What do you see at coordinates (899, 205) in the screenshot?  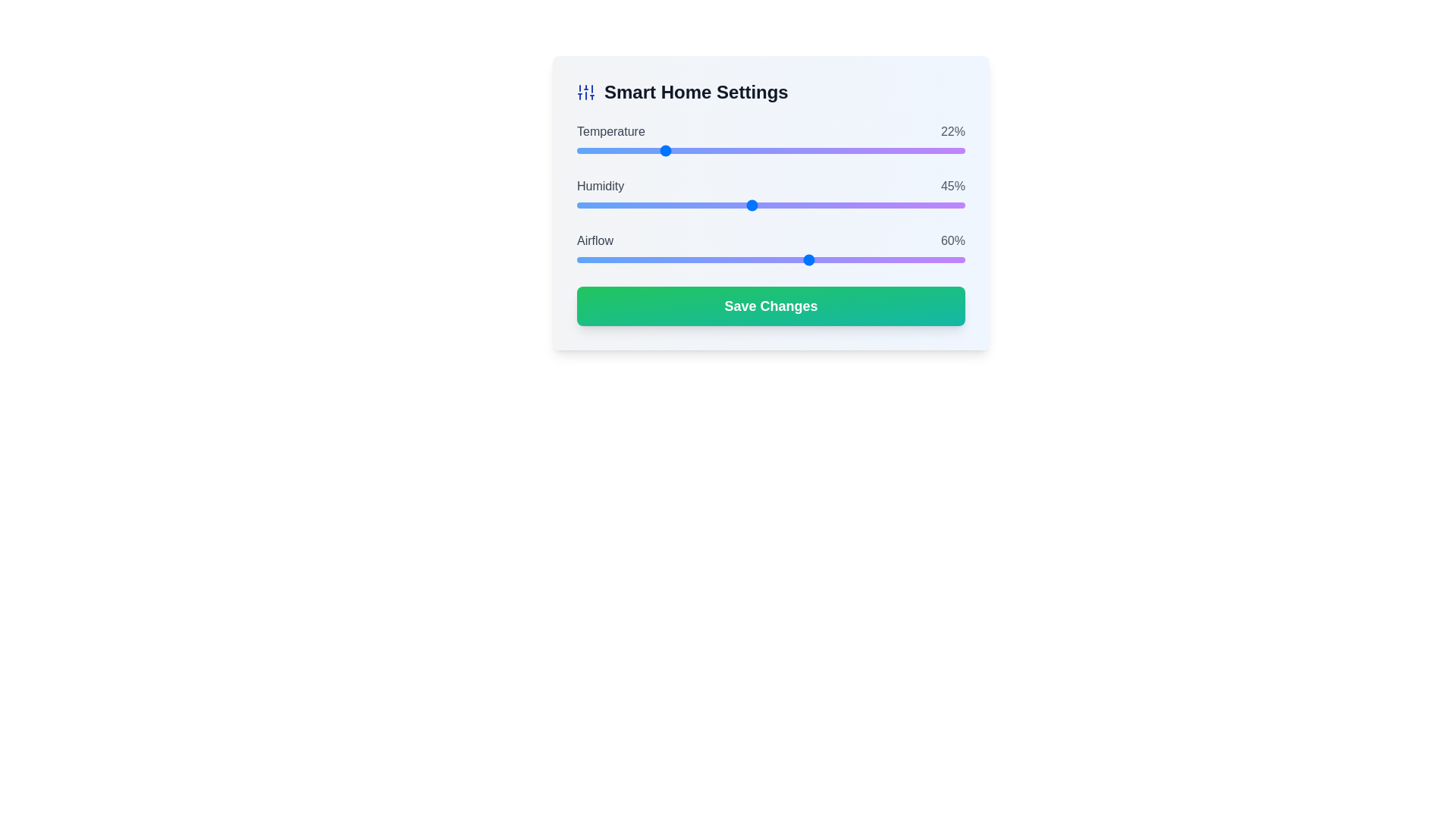 I see `the humidity level` at bounding box center [899, 205].